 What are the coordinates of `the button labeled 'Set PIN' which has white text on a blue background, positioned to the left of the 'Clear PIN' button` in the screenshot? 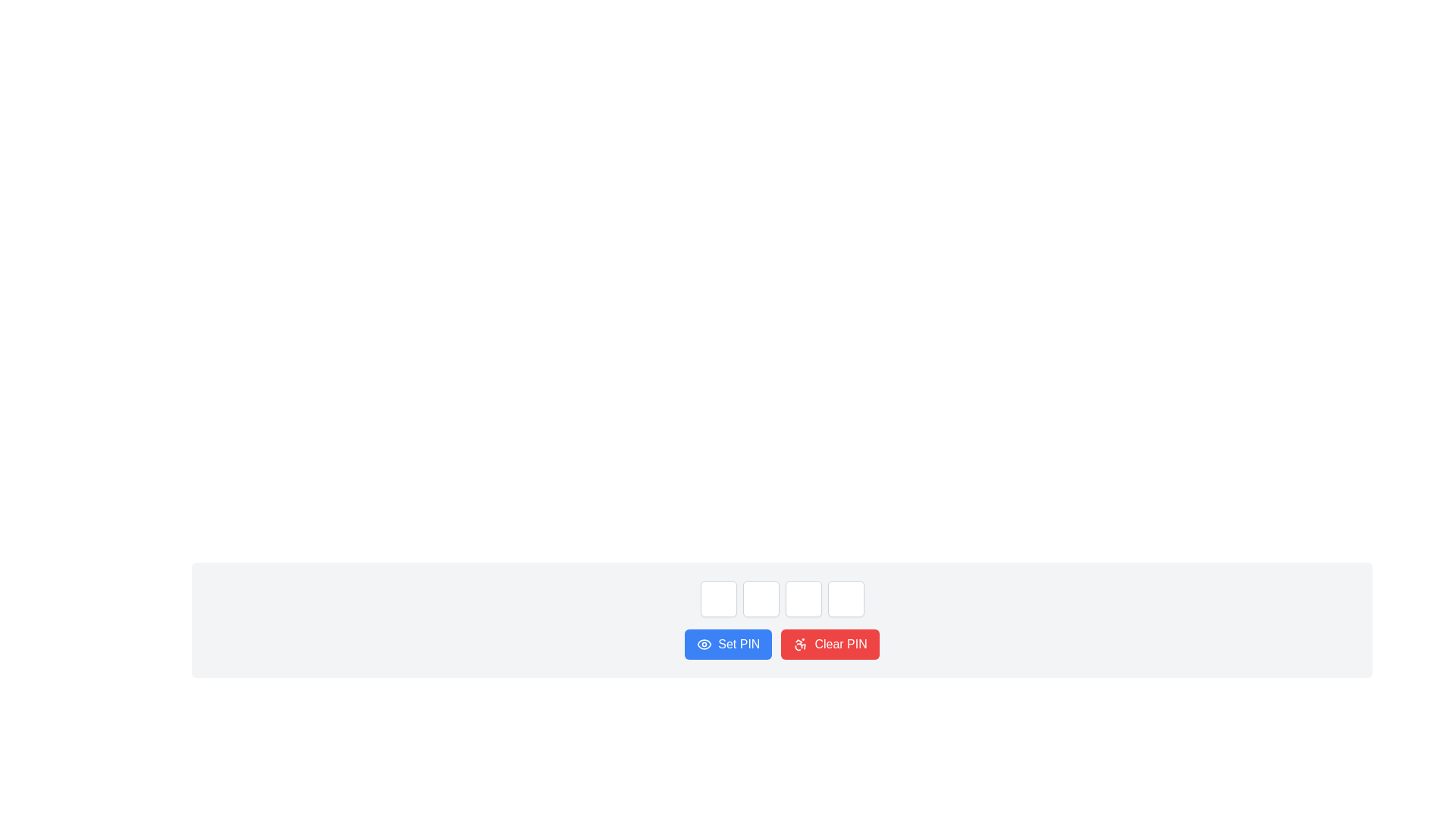 It's located at (739, 644).